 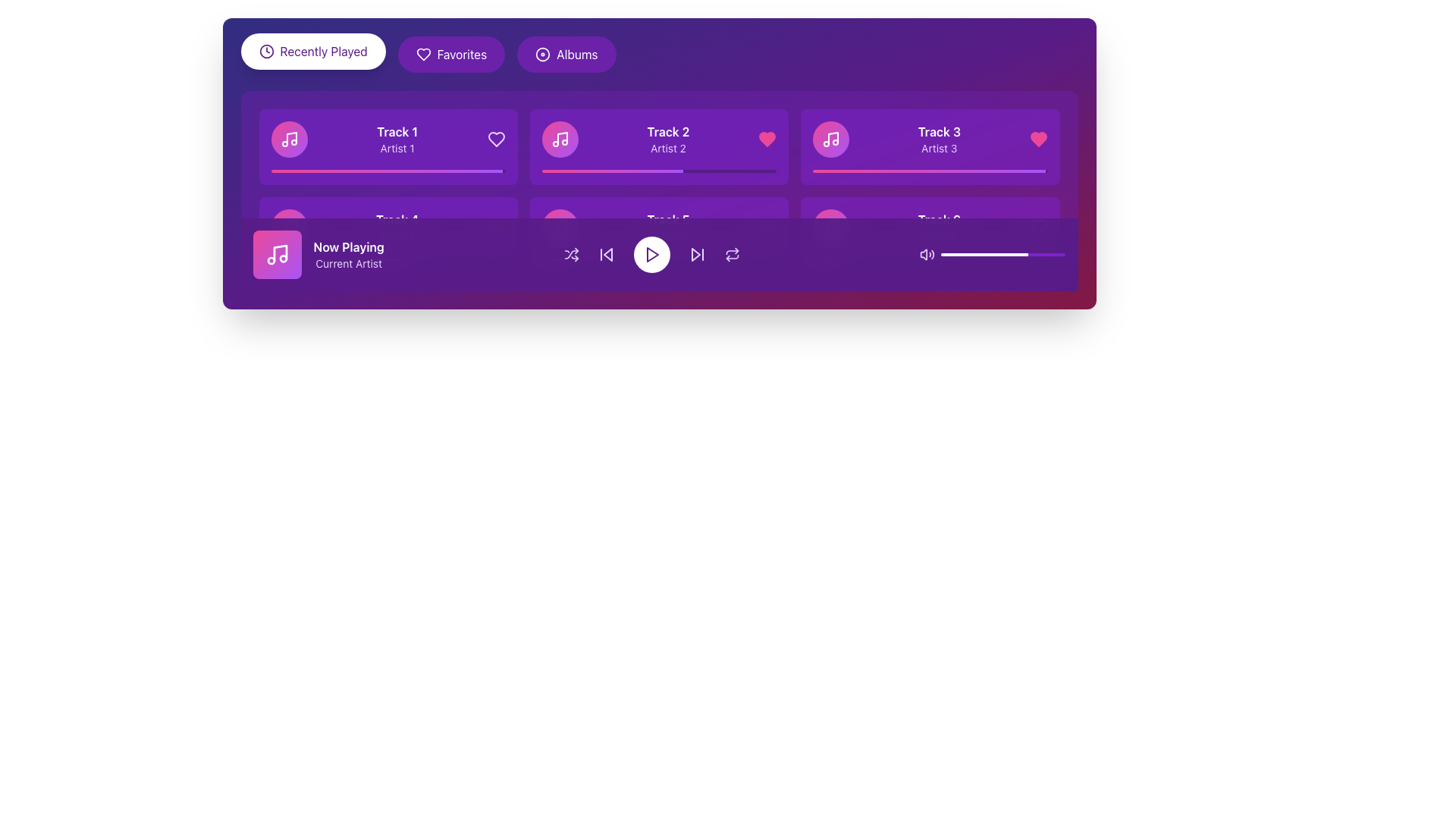 What do you see at coordinates (388, 234) in the screenshot?
I see `the Informational card that displays information about the currently playing track, located in the left column of the bottom row of the grid` at bounding box center [388, 234].